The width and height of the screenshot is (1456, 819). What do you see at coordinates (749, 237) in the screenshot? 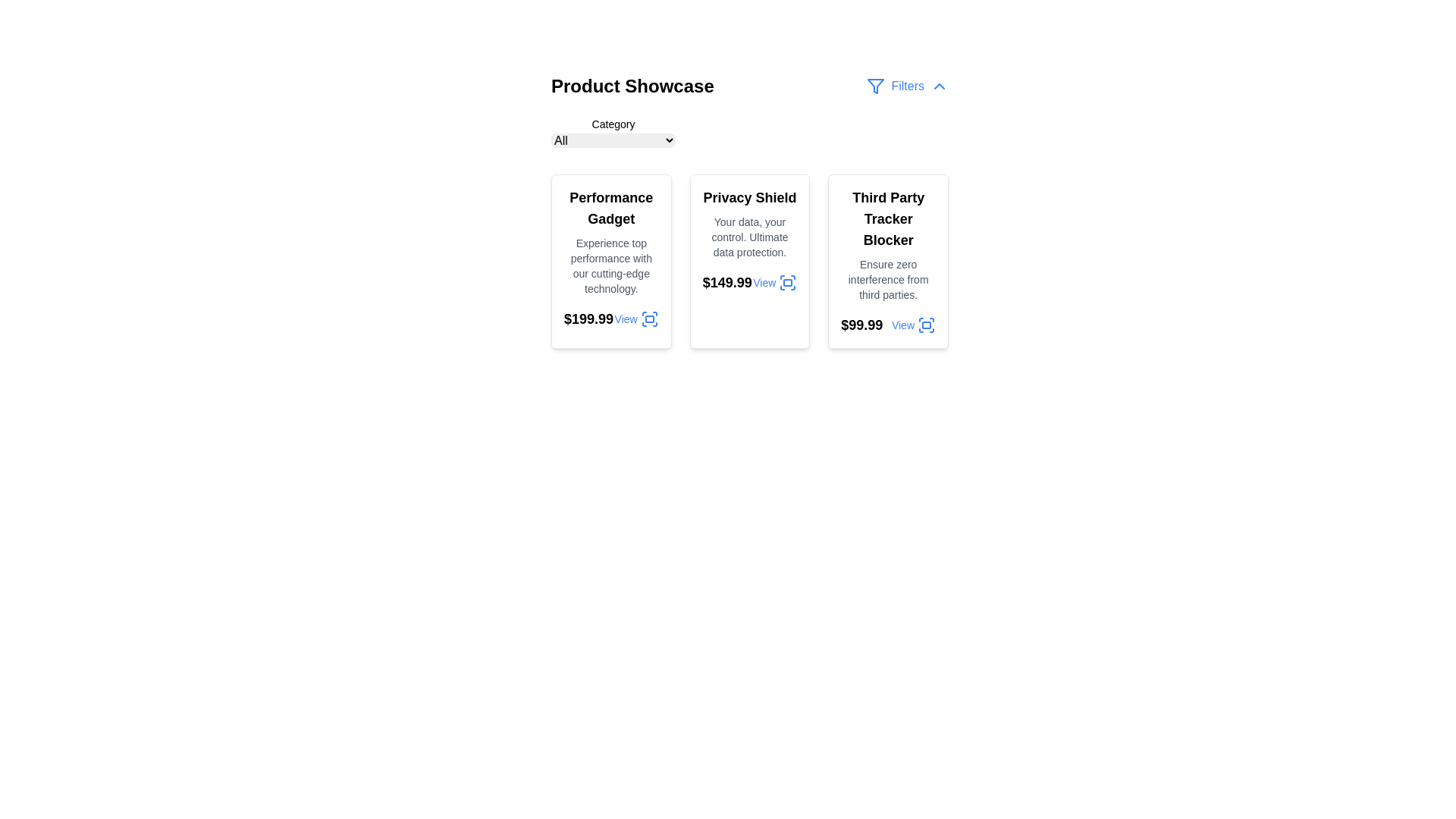
I see `the descriptive text element for the product 'Privacy Shield', which is located below the title and above the price and button elements in the card layout` at bounding box center [749, 237].